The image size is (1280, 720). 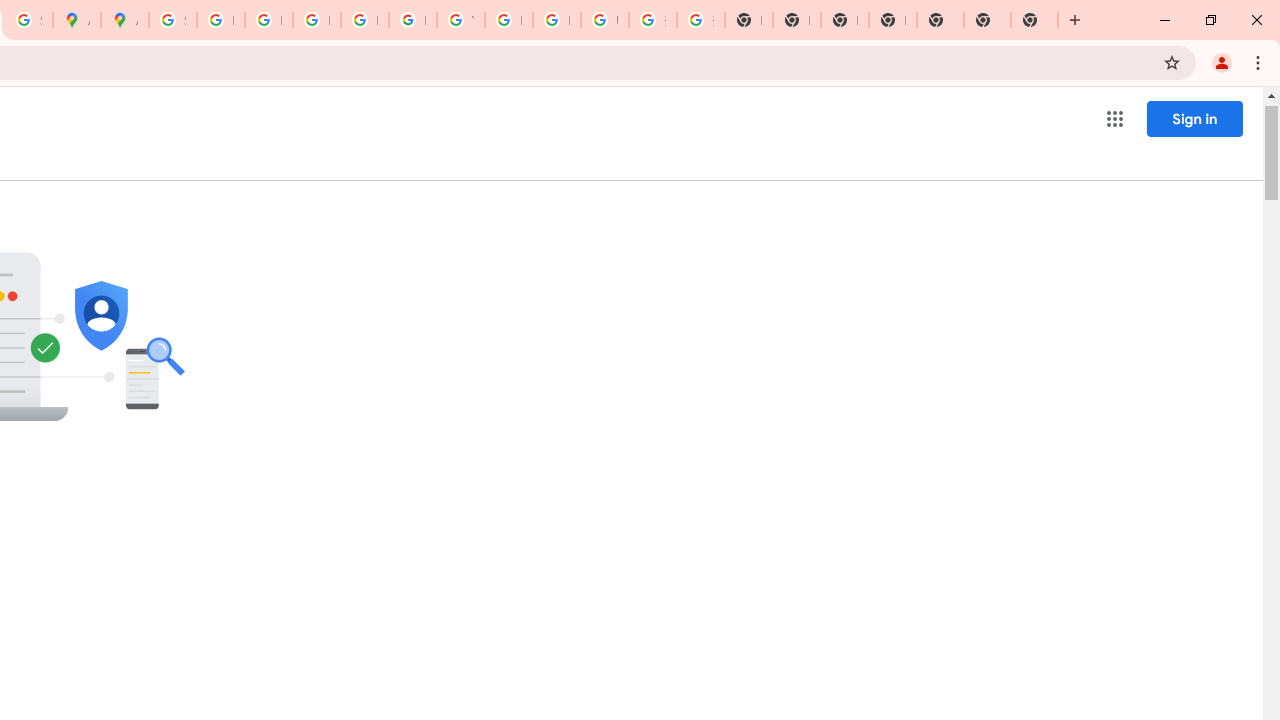 What do you see at coordinates (987, 20) in the screenshot?
I see `'New Tab'` at bounding box center [987, 20].